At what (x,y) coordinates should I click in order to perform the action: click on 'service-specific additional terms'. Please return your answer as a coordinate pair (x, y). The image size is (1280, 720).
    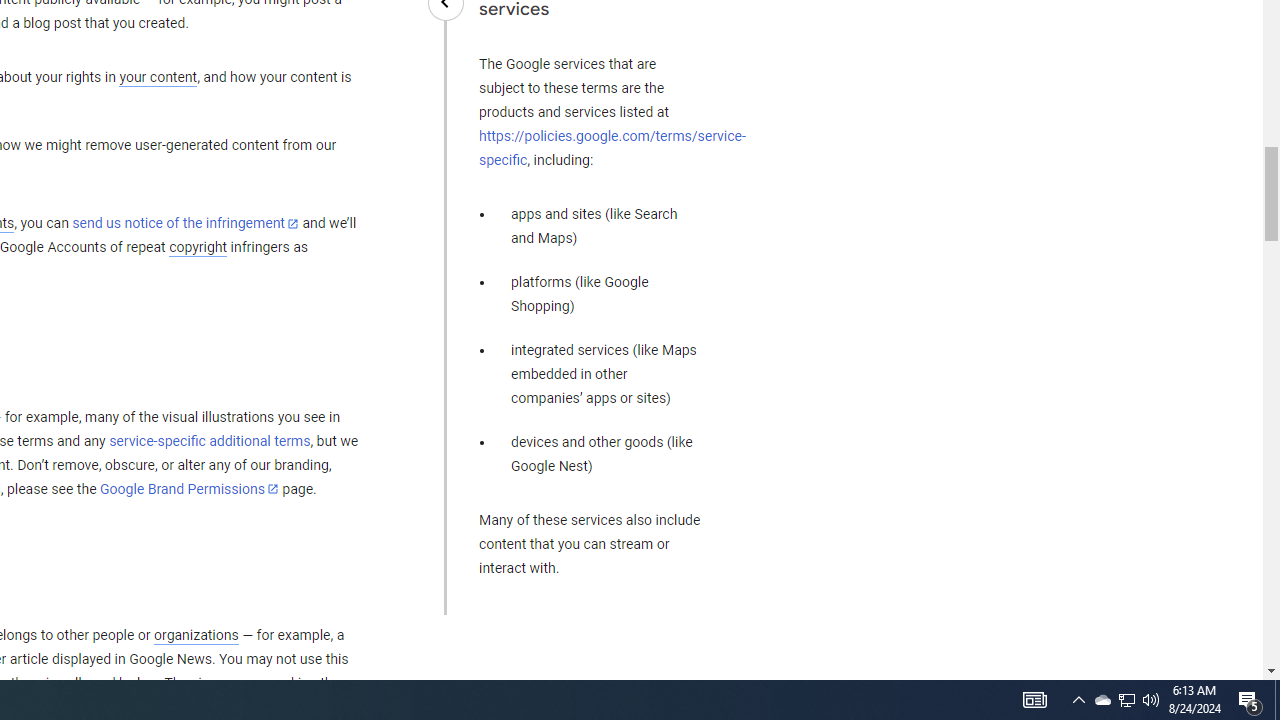
    Looking at the image, I should click on (209, 440).